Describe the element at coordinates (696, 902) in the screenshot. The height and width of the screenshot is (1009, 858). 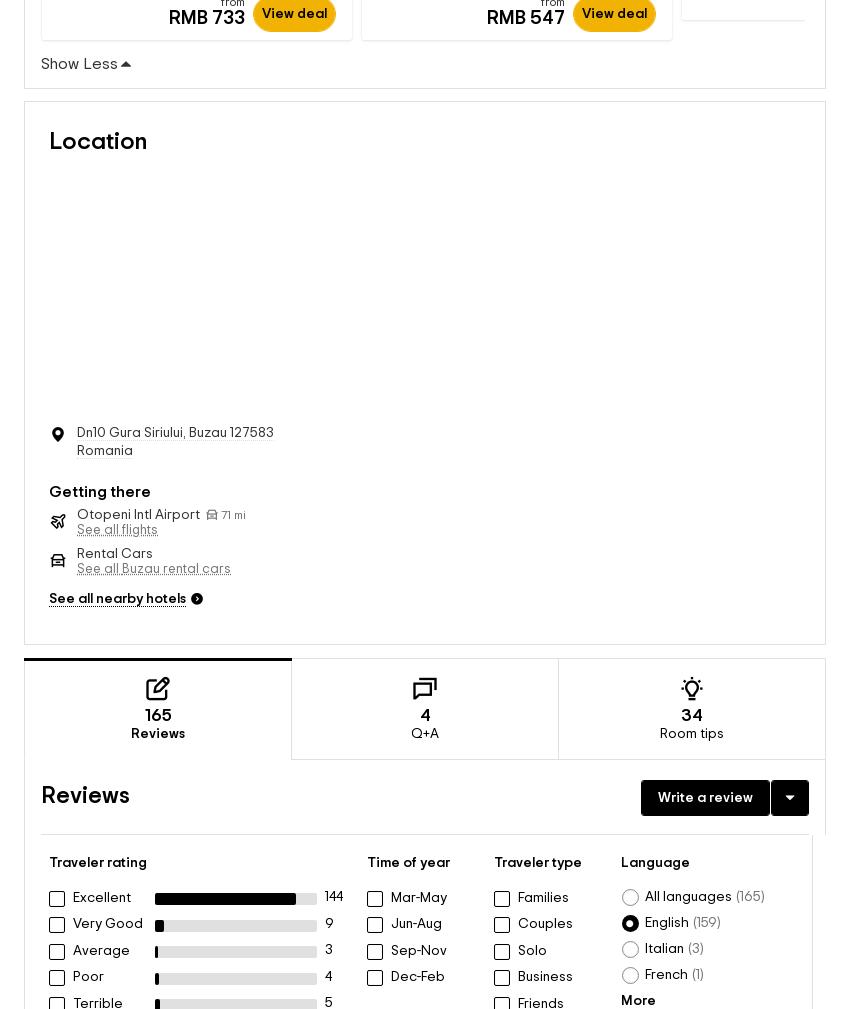
I see `'159'` at that location.